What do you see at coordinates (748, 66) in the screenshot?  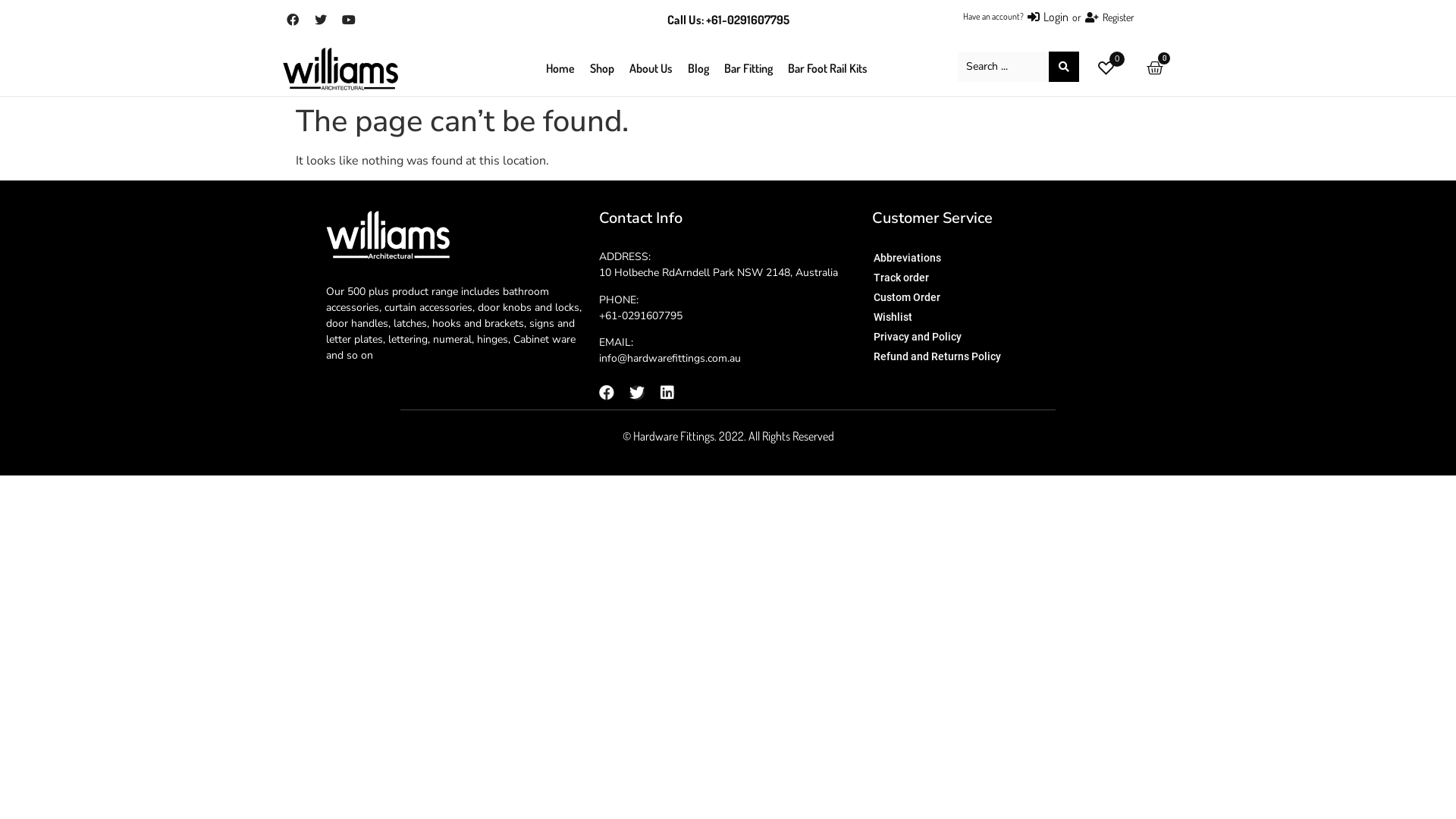 I see `'Bar Fitting'` at bounding box center [748, 66].